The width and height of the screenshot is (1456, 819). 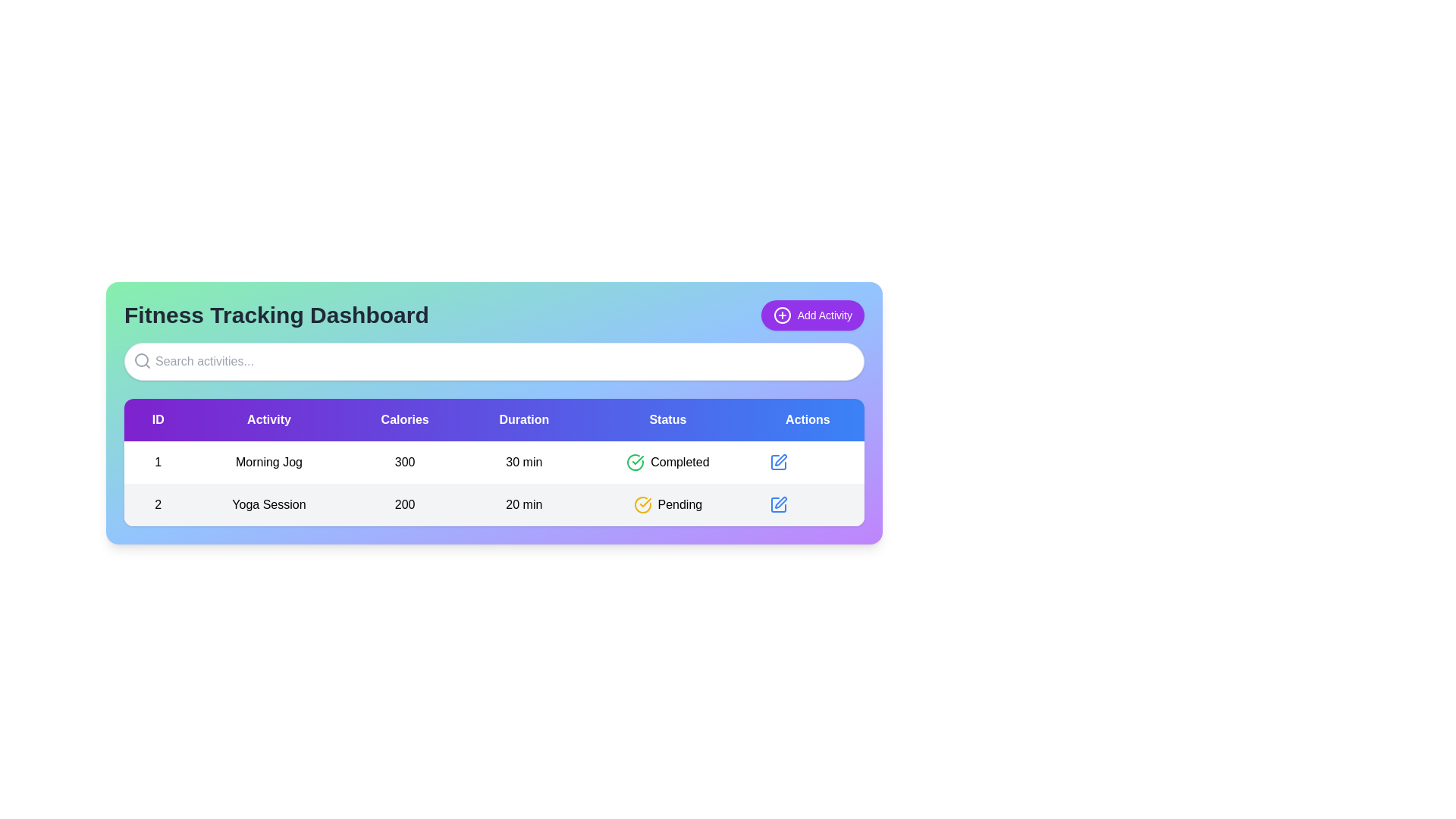 I want to click on the header cell labeled 'Status' in the table, which is the fifth header cell in a row of six, positioned between 'Duration' and 'Actions', so click(x=667, y=420).